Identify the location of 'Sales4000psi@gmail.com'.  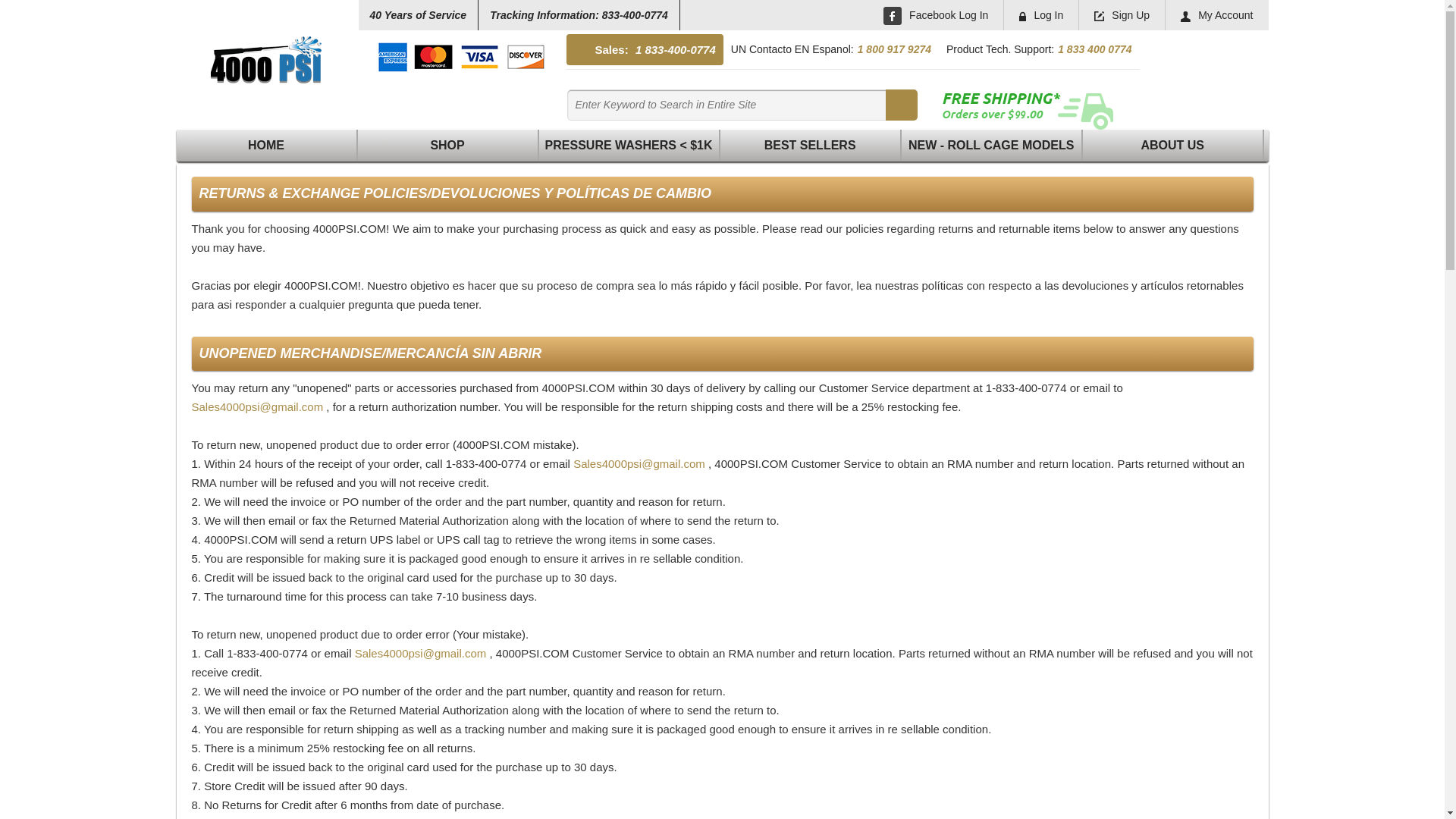
(421, 652).